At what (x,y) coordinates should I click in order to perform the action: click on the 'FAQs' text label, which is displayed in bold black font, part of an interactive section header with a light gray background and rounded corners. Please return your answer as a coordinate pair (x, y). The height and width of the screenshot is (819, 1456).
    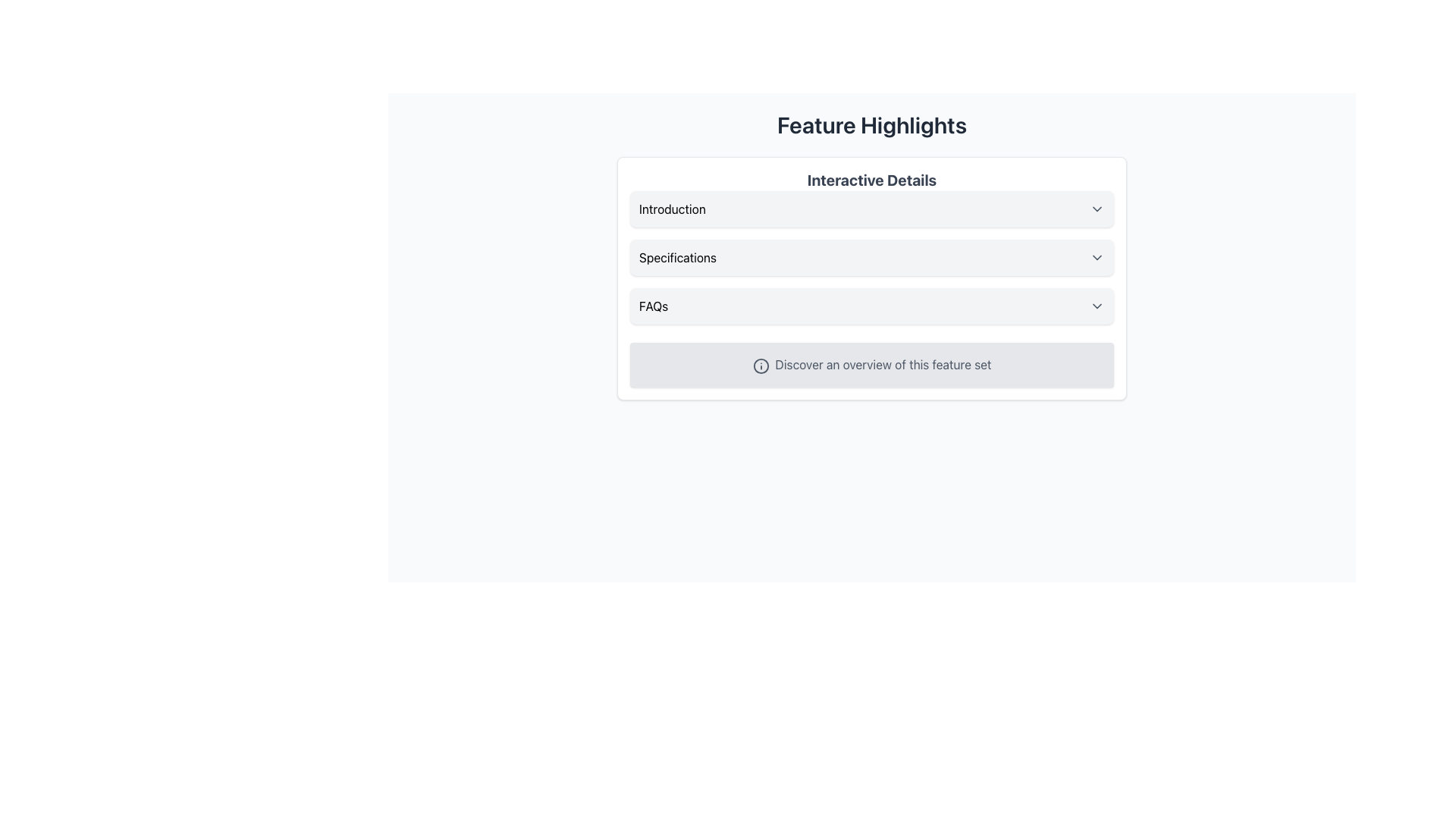
    Looking at the image, I should click on (654, 306).